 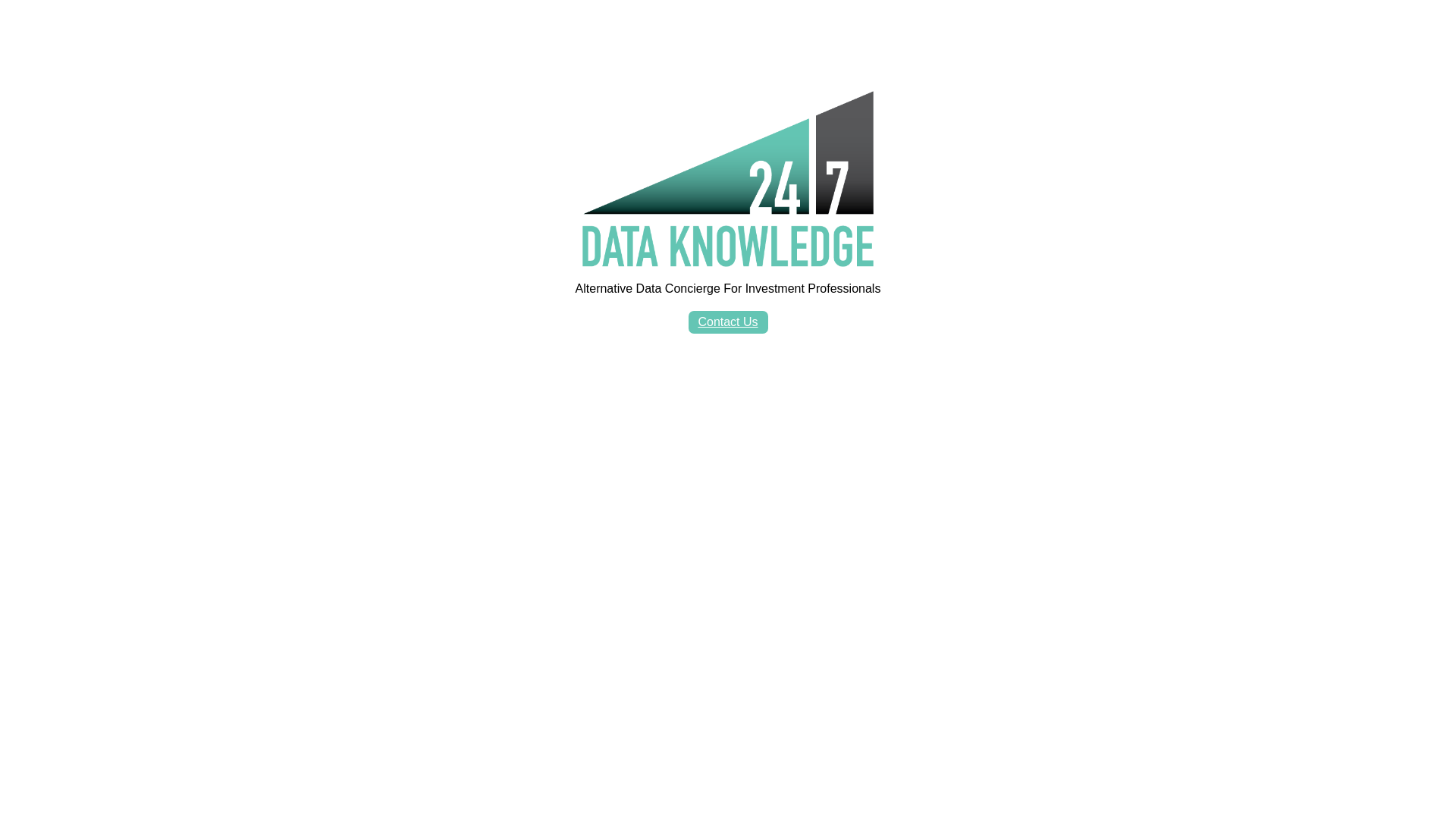 I want to click on 'Contact Us', so click(x=728, y=321).